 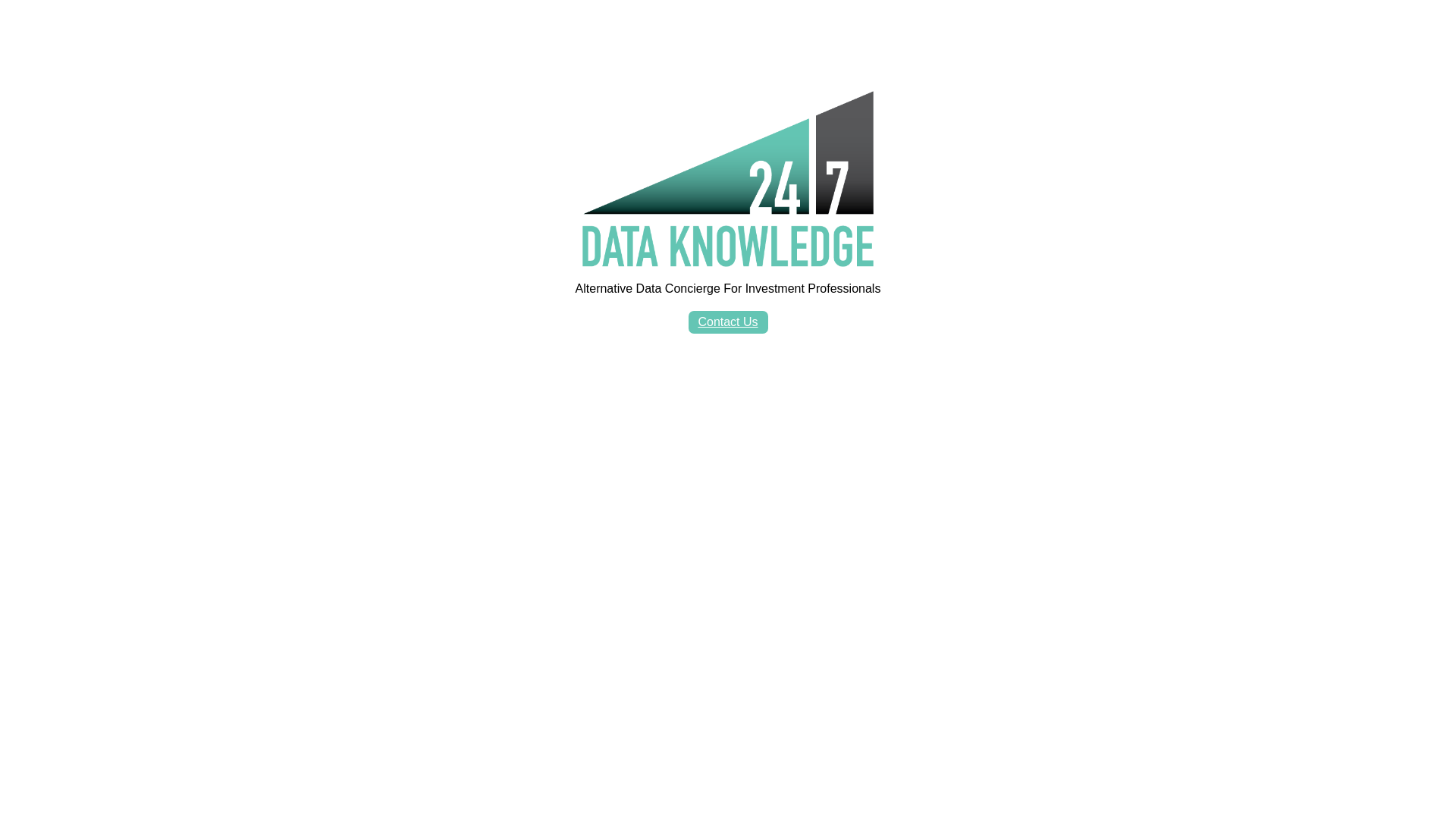 I want to click on 'Contact Us', so click(x=728, y=321).